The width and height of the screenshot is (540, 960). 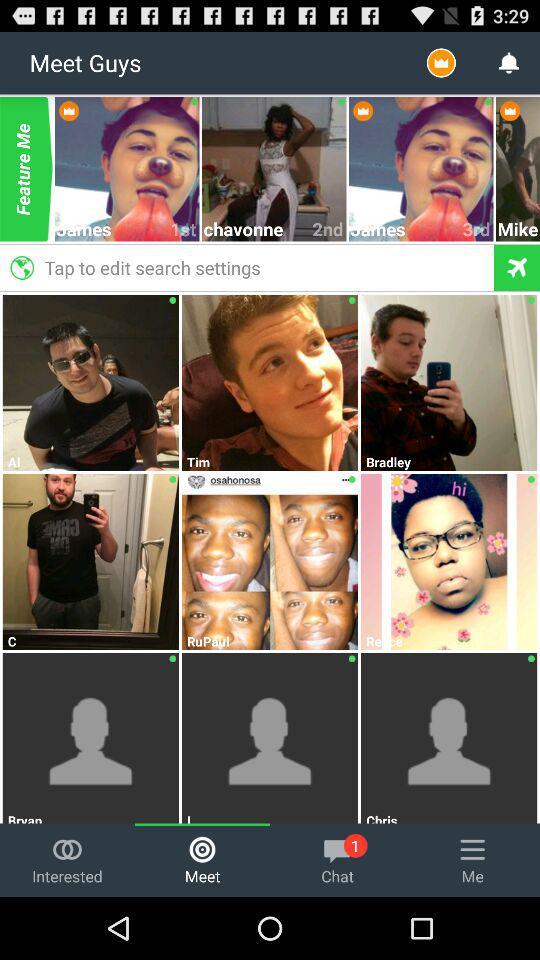 I want to click on location tool, so click(x=516, y=266).